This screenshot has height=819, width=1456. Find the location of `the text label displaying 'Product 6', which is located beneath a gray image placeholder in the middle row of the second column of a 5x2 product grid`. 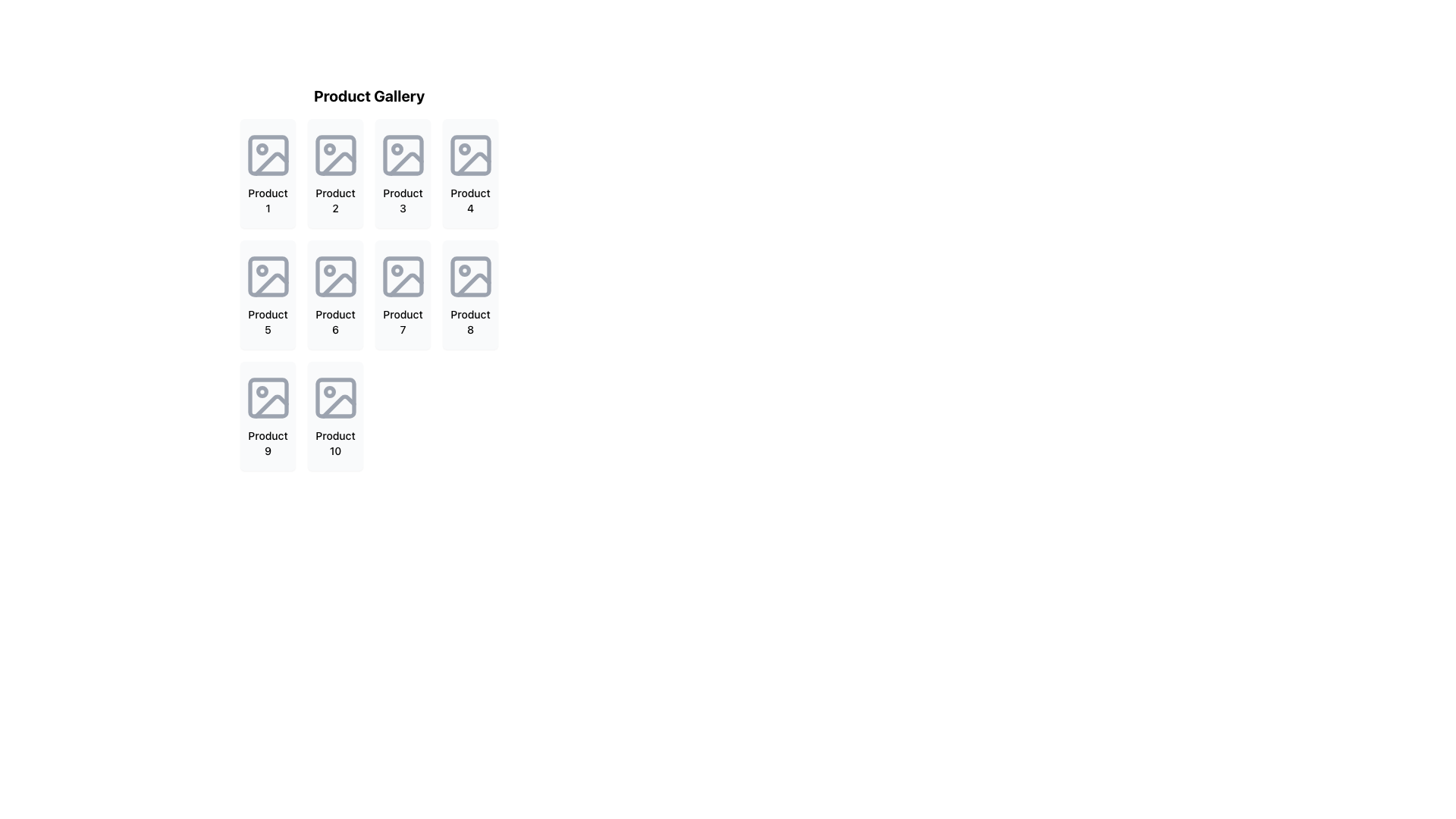

the text label displaying 'Product 6', which is located beneath a gray image placeholder in the middle row of the second column of a 5x2 product grid is located at coordinates (334, 321).